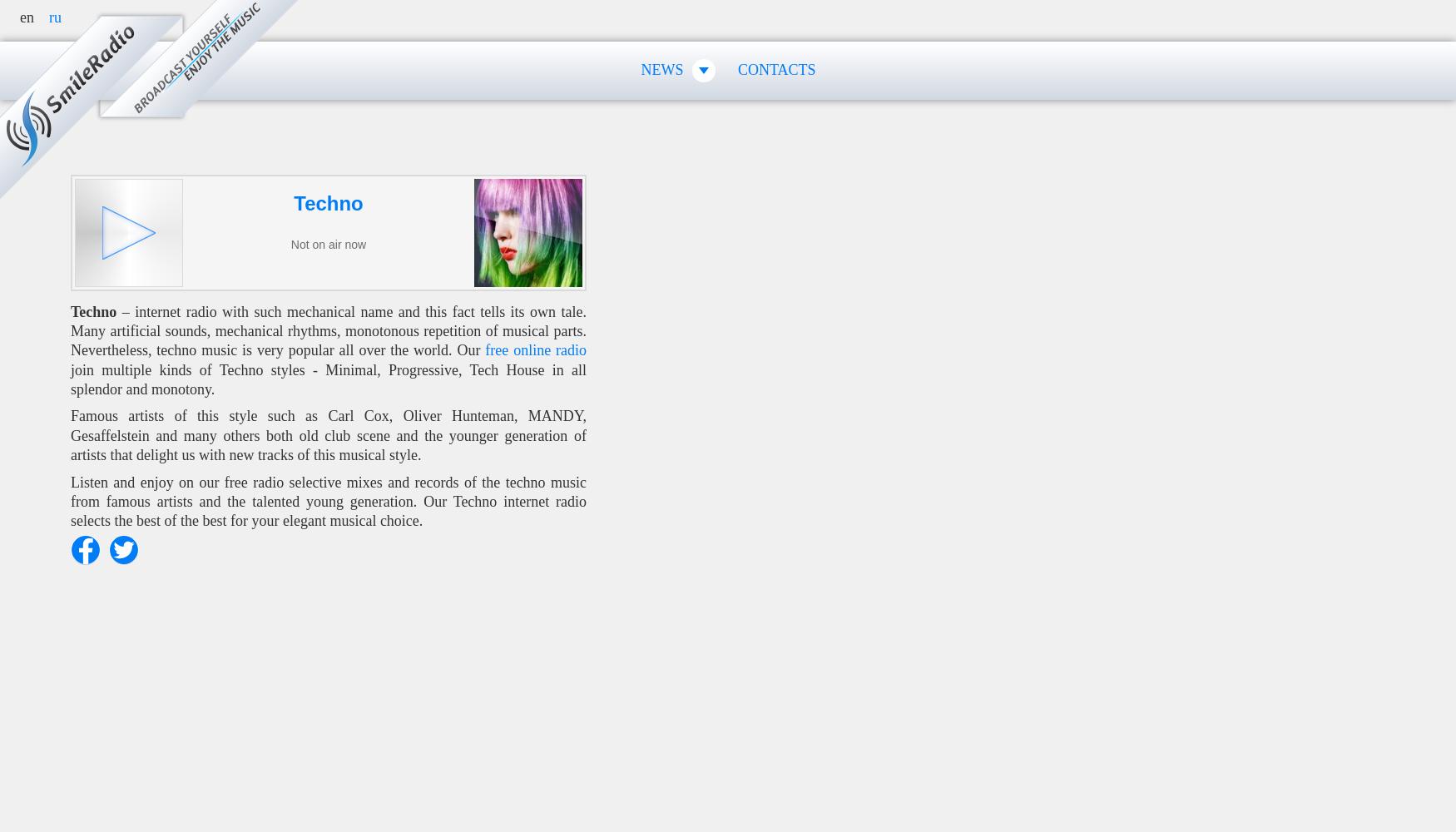 The width and height of the screenshot is (1456, 832). What do you see at coordinates (775, 69) in the screenshot?
I see `'Contacts'` at bounding box center [775, 69].